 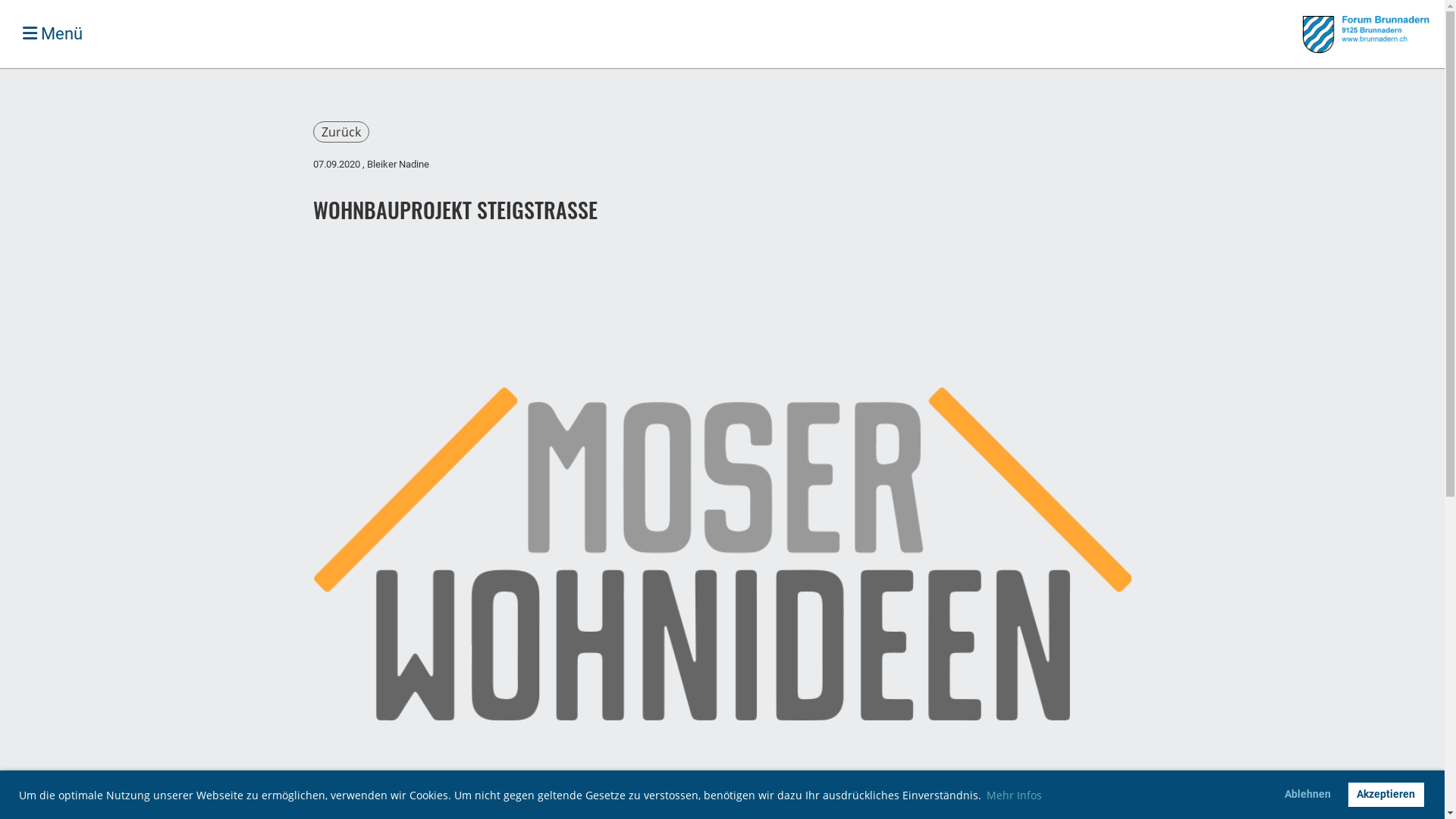 I want to click on 'Mehr Infos', so click(x=1014, y=794).